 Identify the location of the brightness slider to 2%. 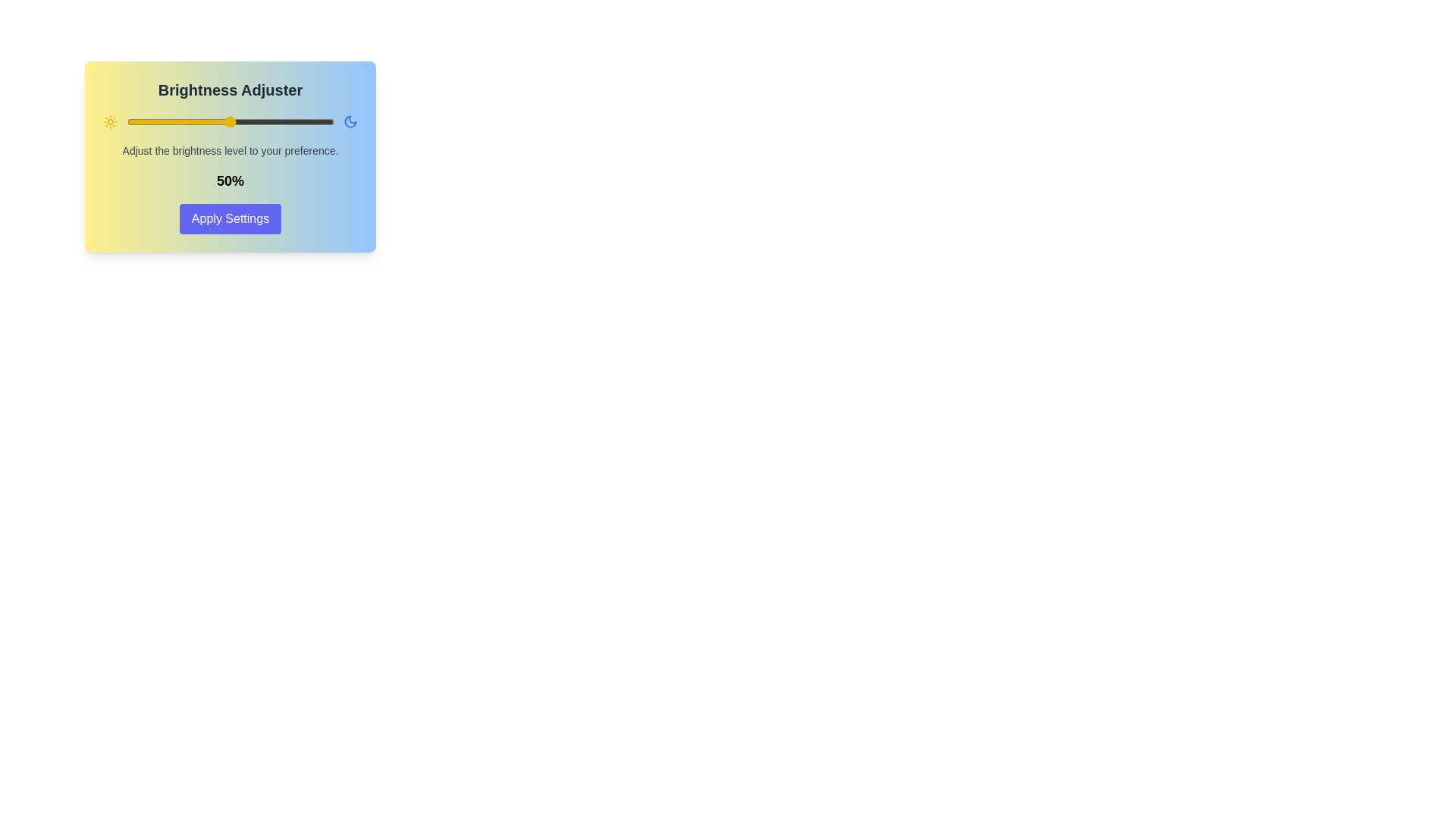
(130, 121).